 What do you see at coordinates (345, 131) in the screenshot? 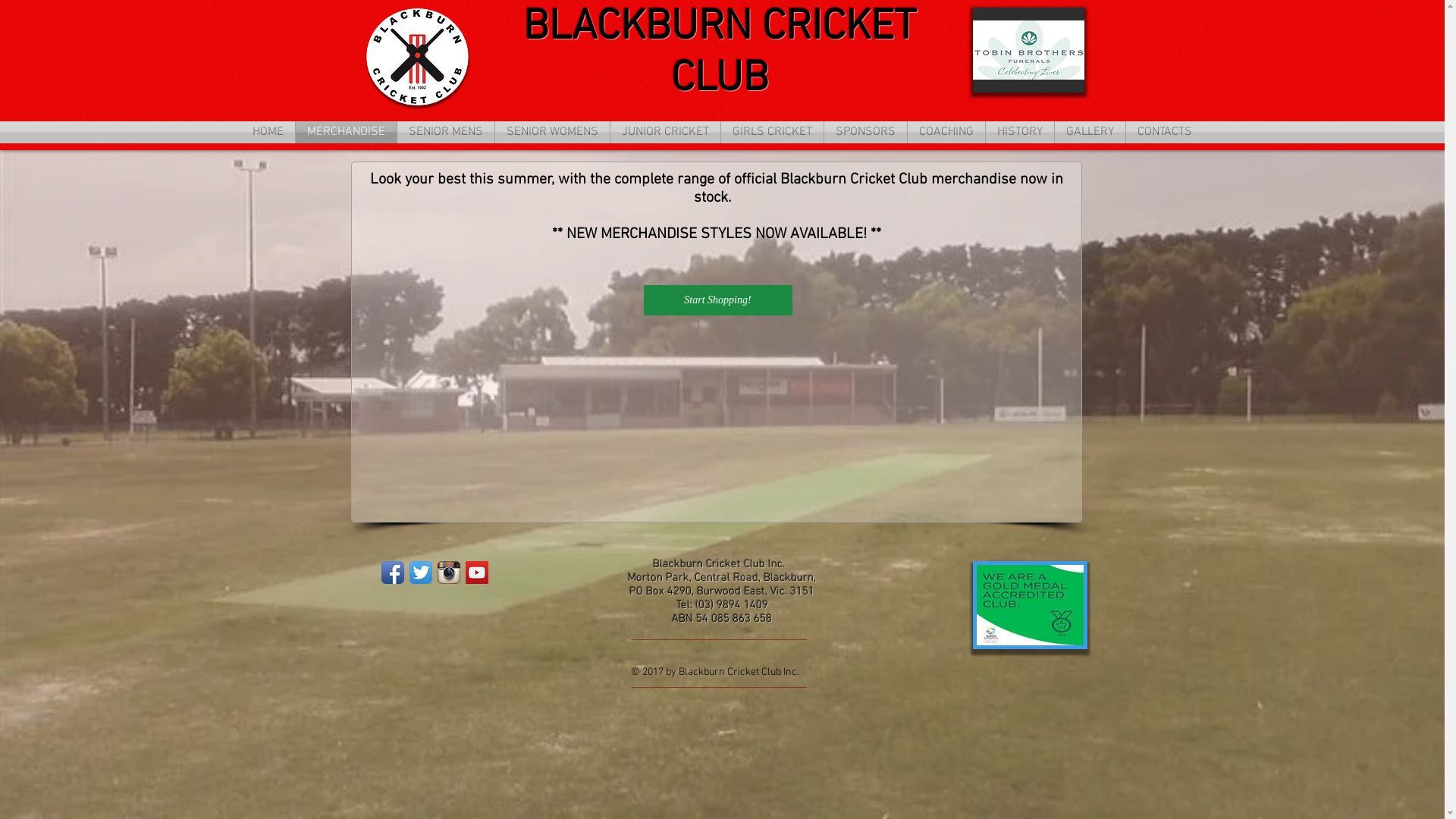
I see `'MERCHANDISE'` at bounding box center [345, 131].